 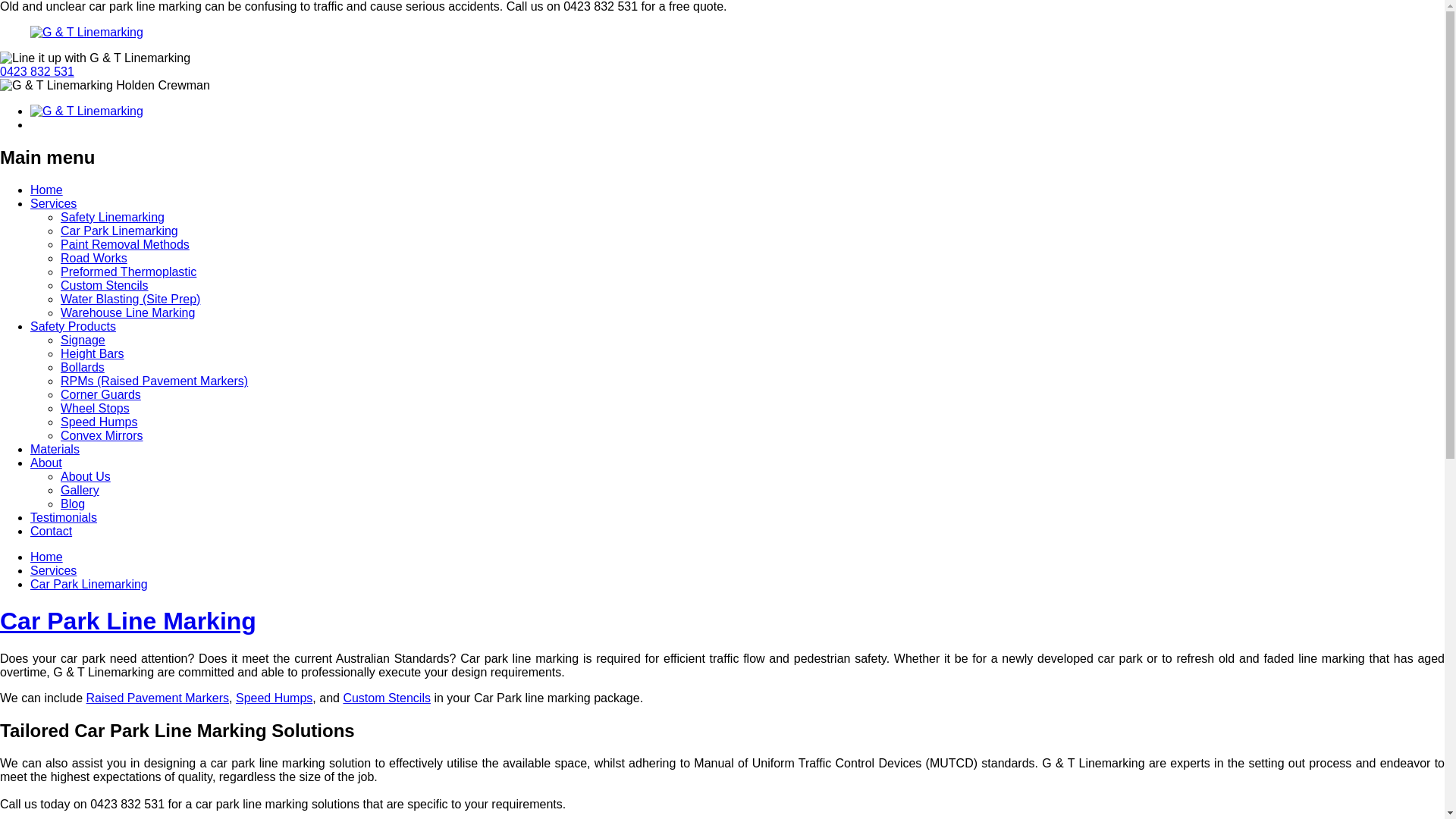 I want to click on 'Contact', so click(x=51, y=530).